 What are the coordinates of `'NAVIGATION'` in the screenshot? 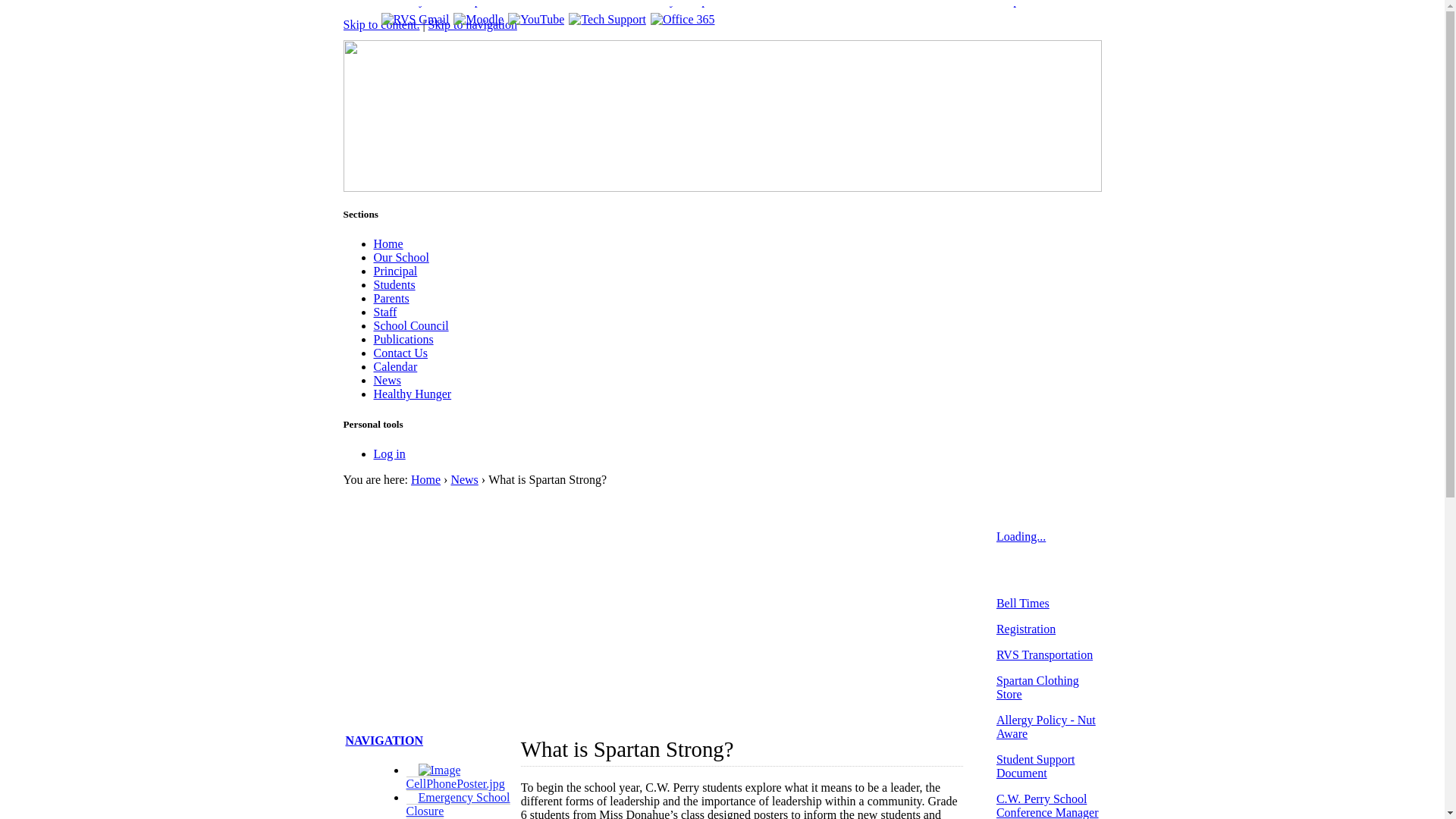 It's located at (384, 739).